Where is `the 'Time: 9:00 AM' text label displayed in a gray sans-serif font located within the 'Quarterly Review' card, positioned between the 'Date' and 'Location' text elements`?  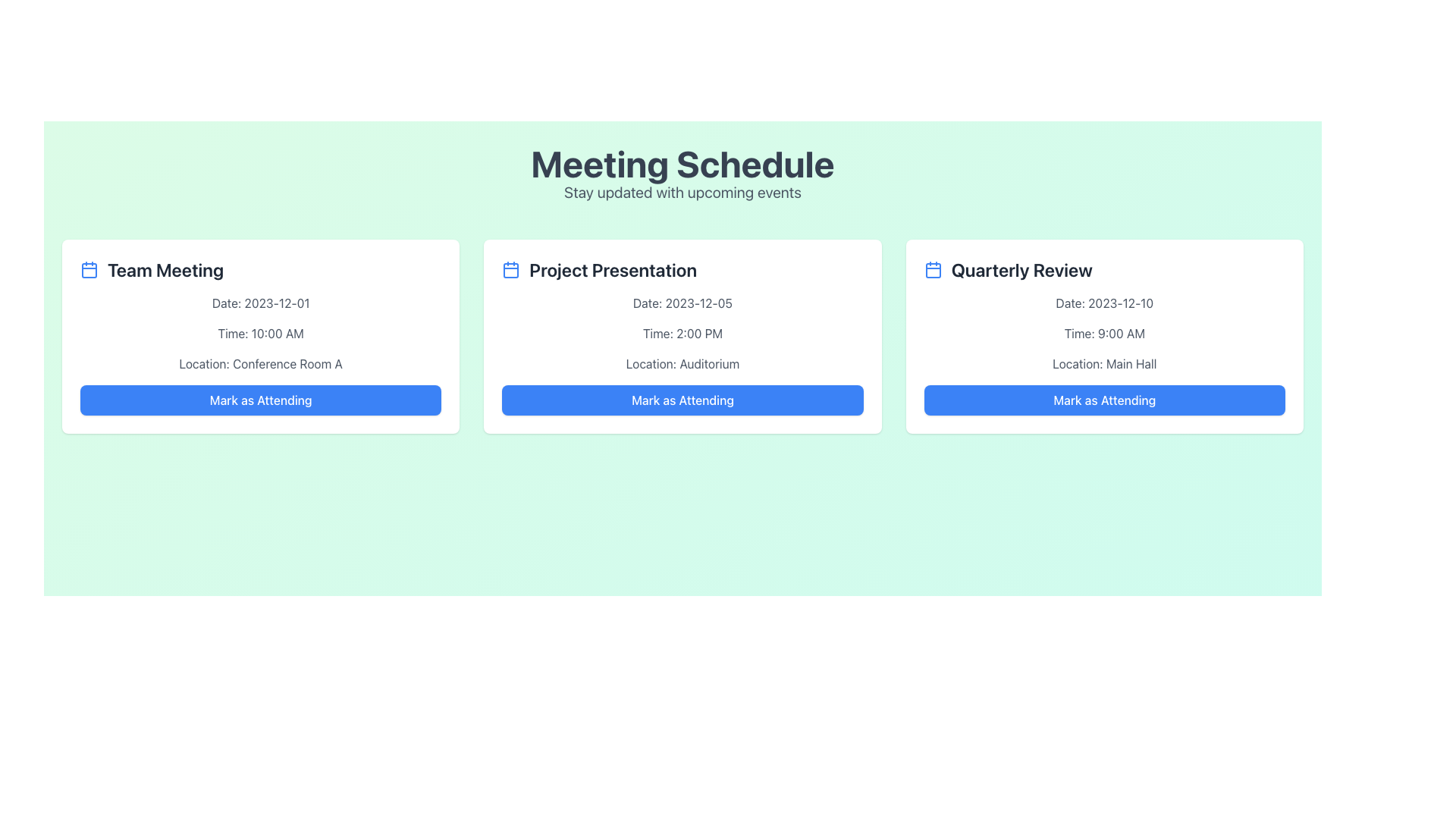
the 'Time: 9:00 AM' text label displayed in a gray sans-serif font located within the 'Quarterly Review' card, positioned between the 'Date' and 'Location' text elements is located at coordinates (1104, 332).